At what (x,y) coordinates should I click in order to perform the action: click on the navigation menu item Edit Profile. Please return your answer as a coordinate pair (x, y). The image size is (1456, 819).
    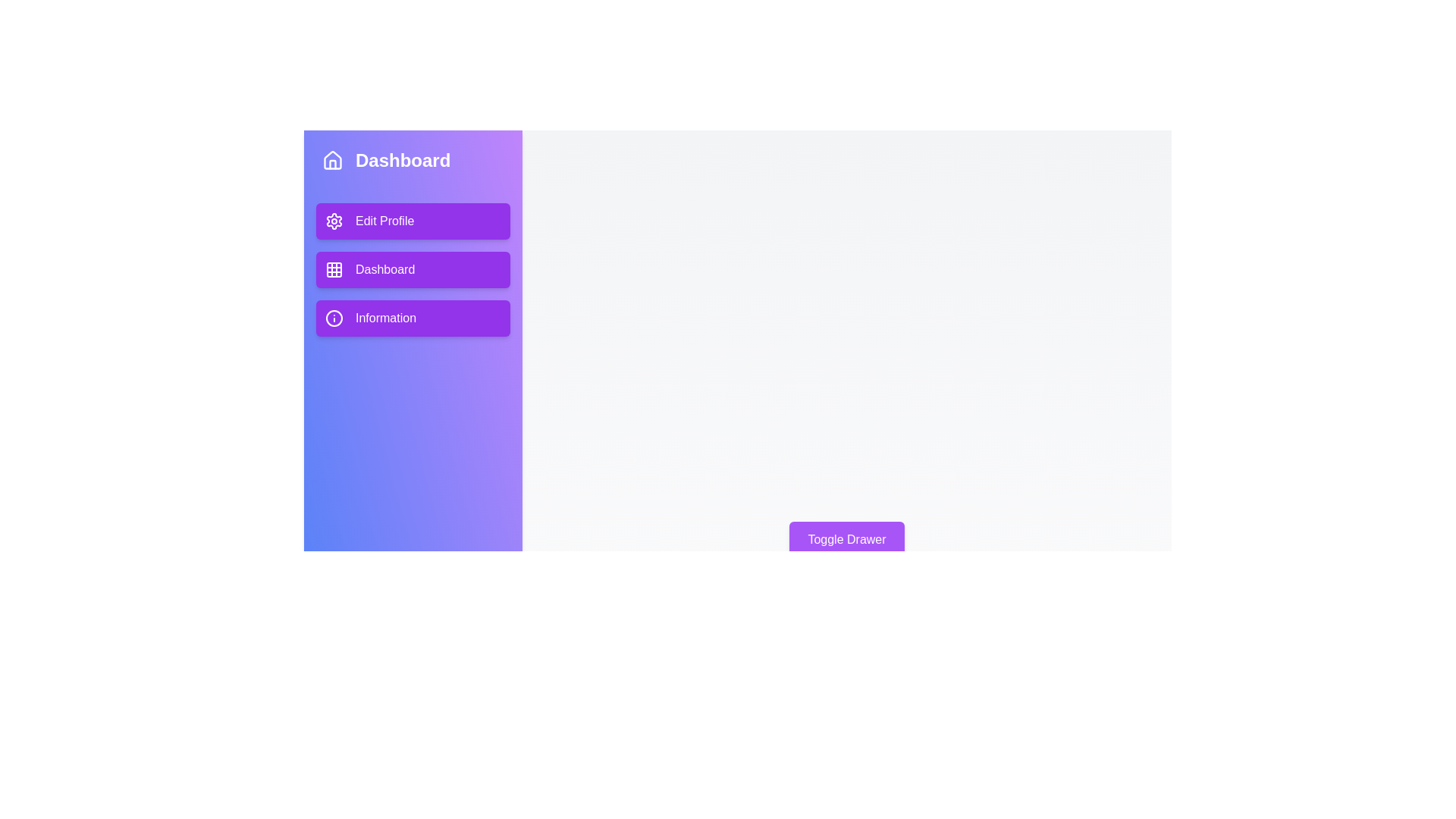
    Looking at the image, I should click on (413, 221).